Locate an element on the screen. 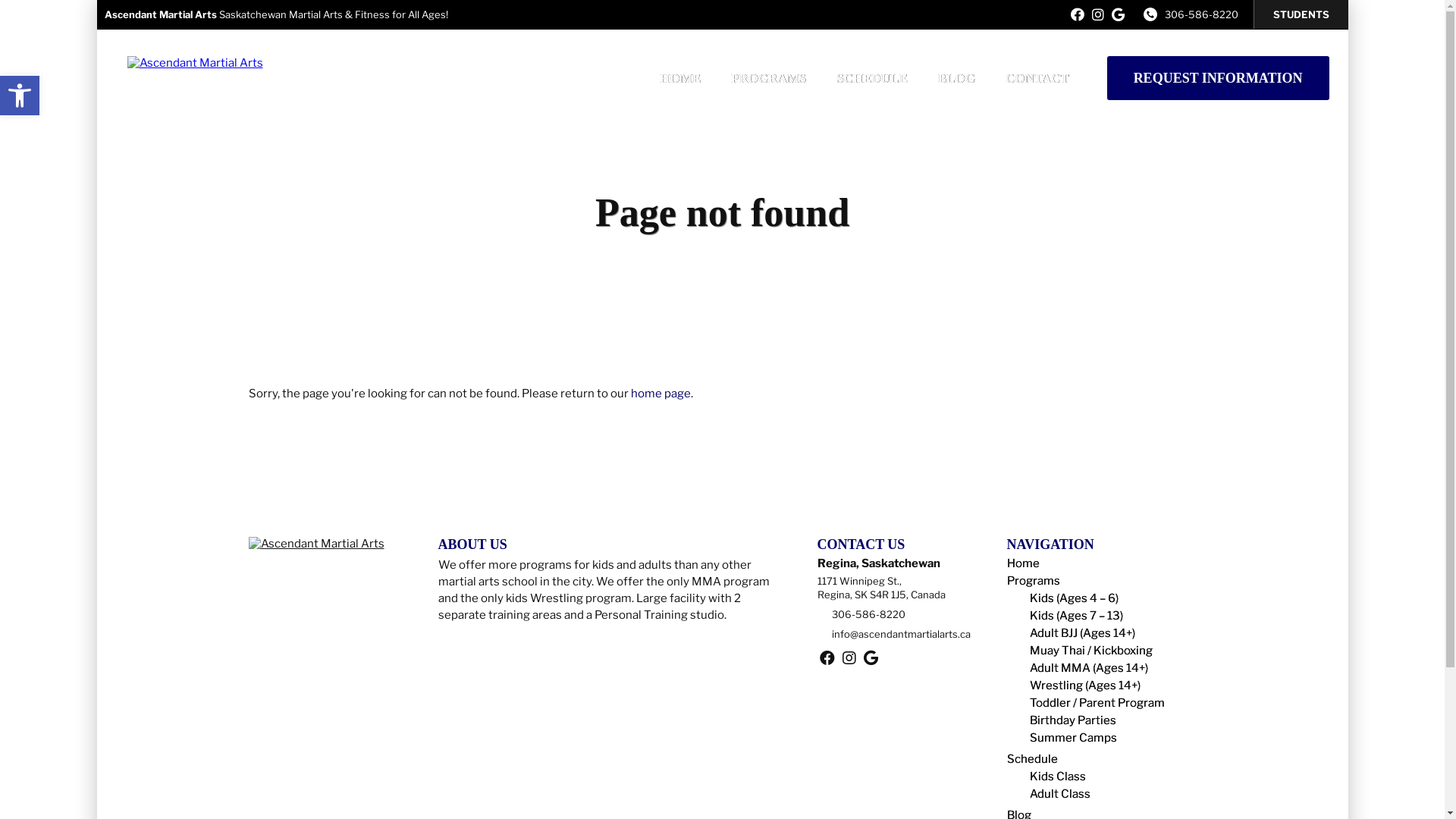  'Summer Camps' is located at coordinates (1072, 736).